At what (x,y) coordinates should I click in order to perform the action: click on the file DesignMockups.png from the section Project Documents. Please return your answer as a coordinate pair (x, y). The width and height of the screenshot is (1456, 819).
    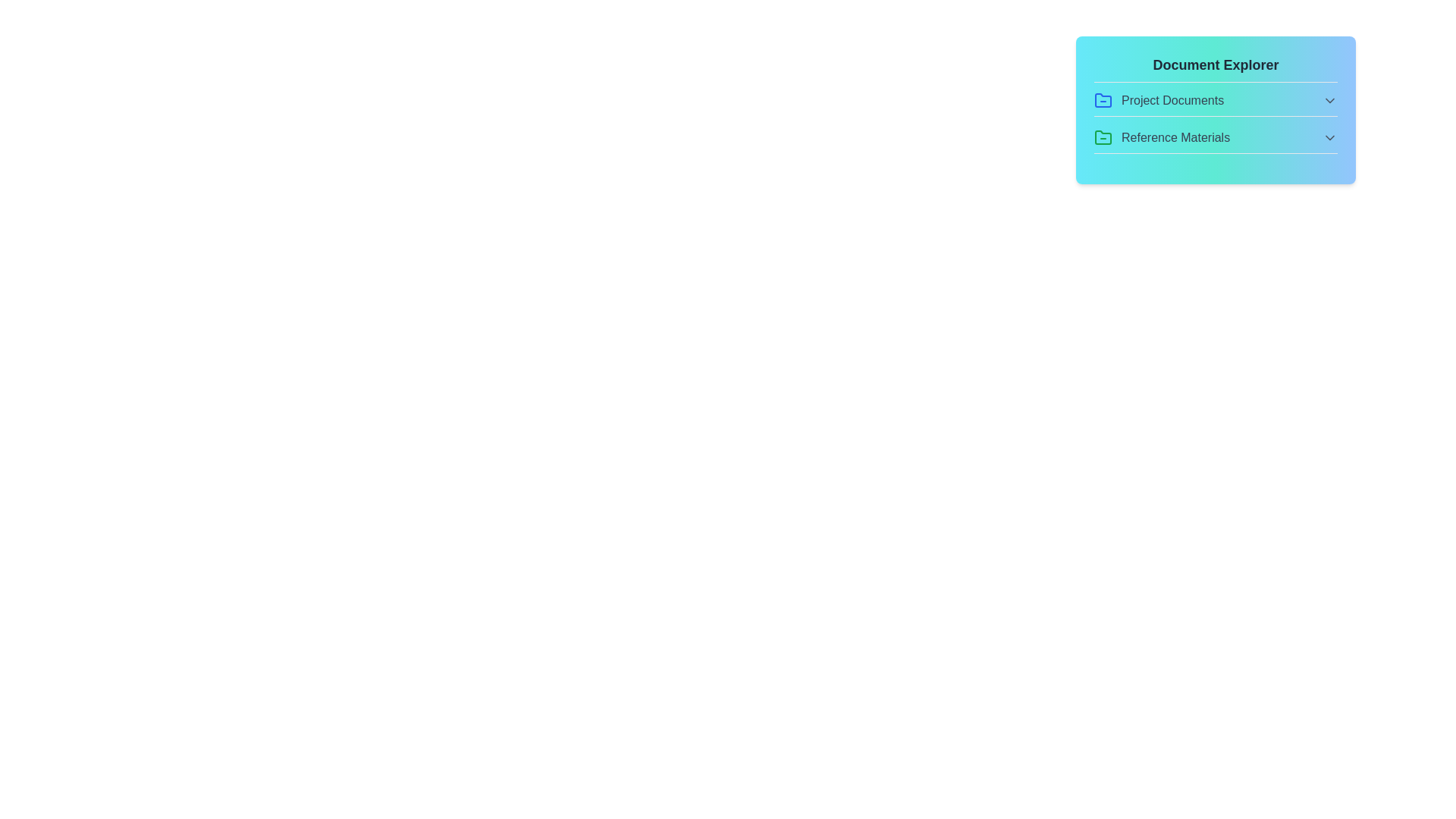
    Looking at the image, I should click on (1216, 103).